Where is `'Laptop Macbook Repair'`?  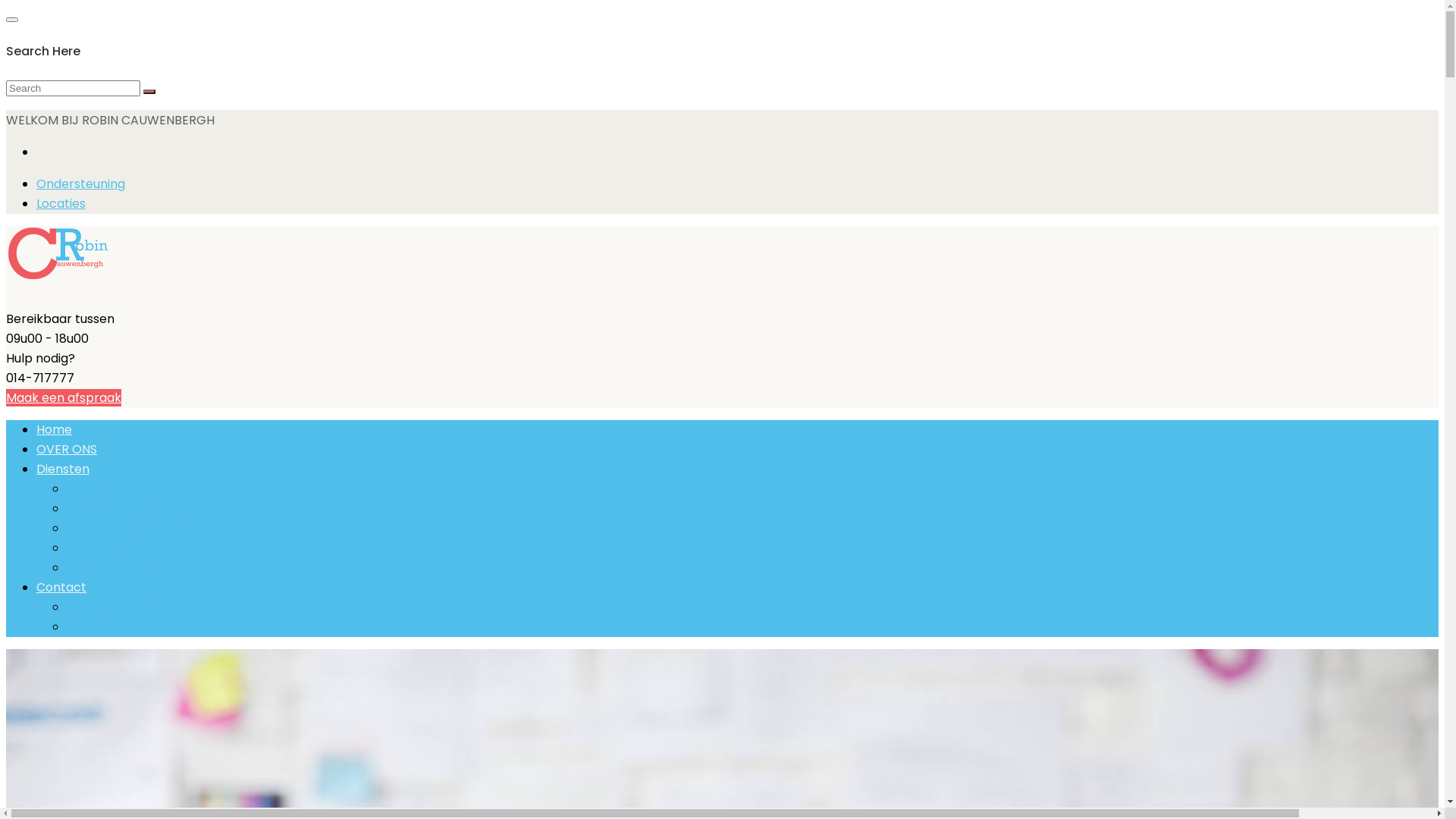
'Laptop Macbook Repair' is located at coordinates (138, 567).